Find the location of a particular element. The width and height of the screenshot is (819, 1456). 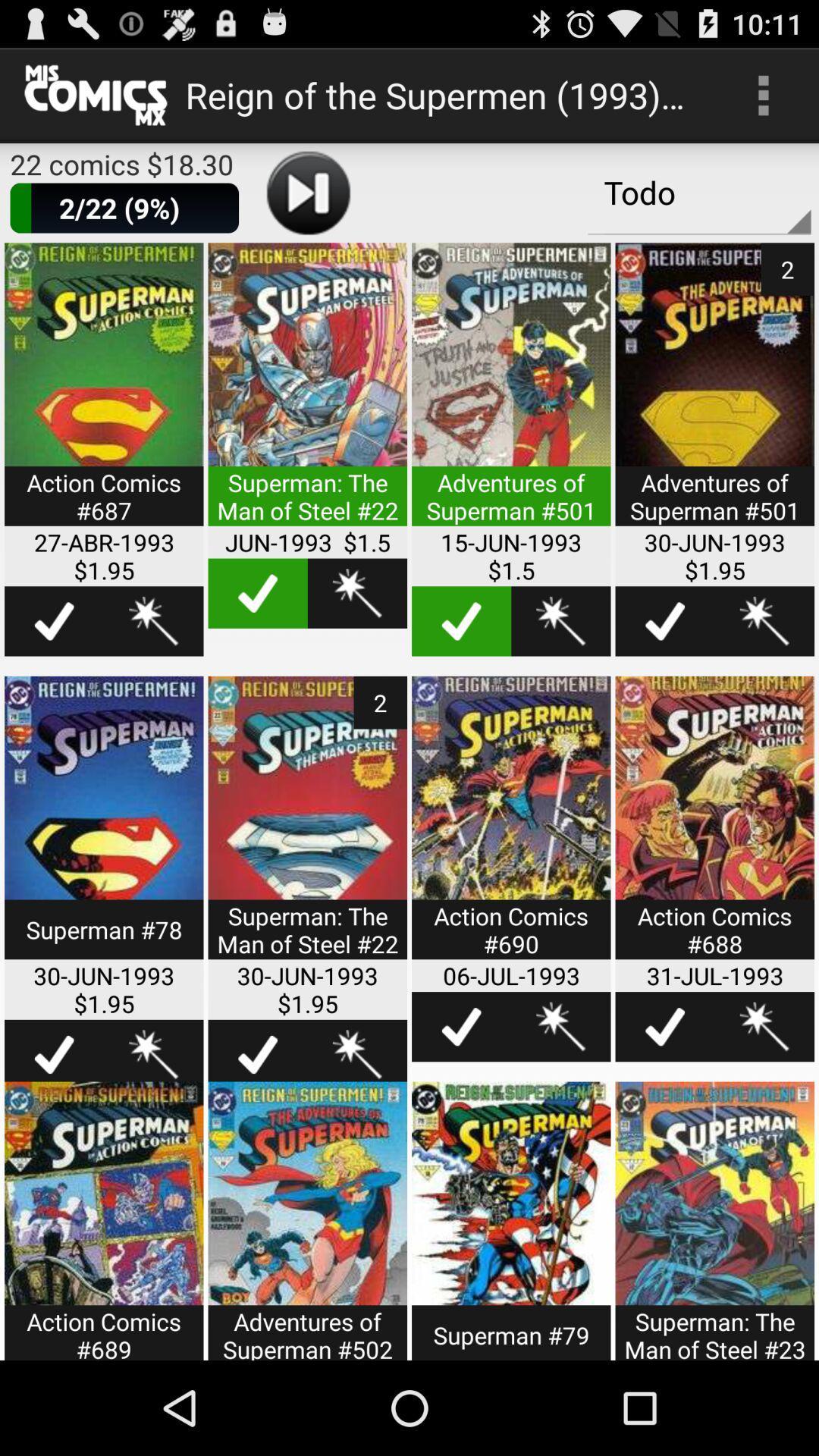

right buton is located at coordinates (664, 621).